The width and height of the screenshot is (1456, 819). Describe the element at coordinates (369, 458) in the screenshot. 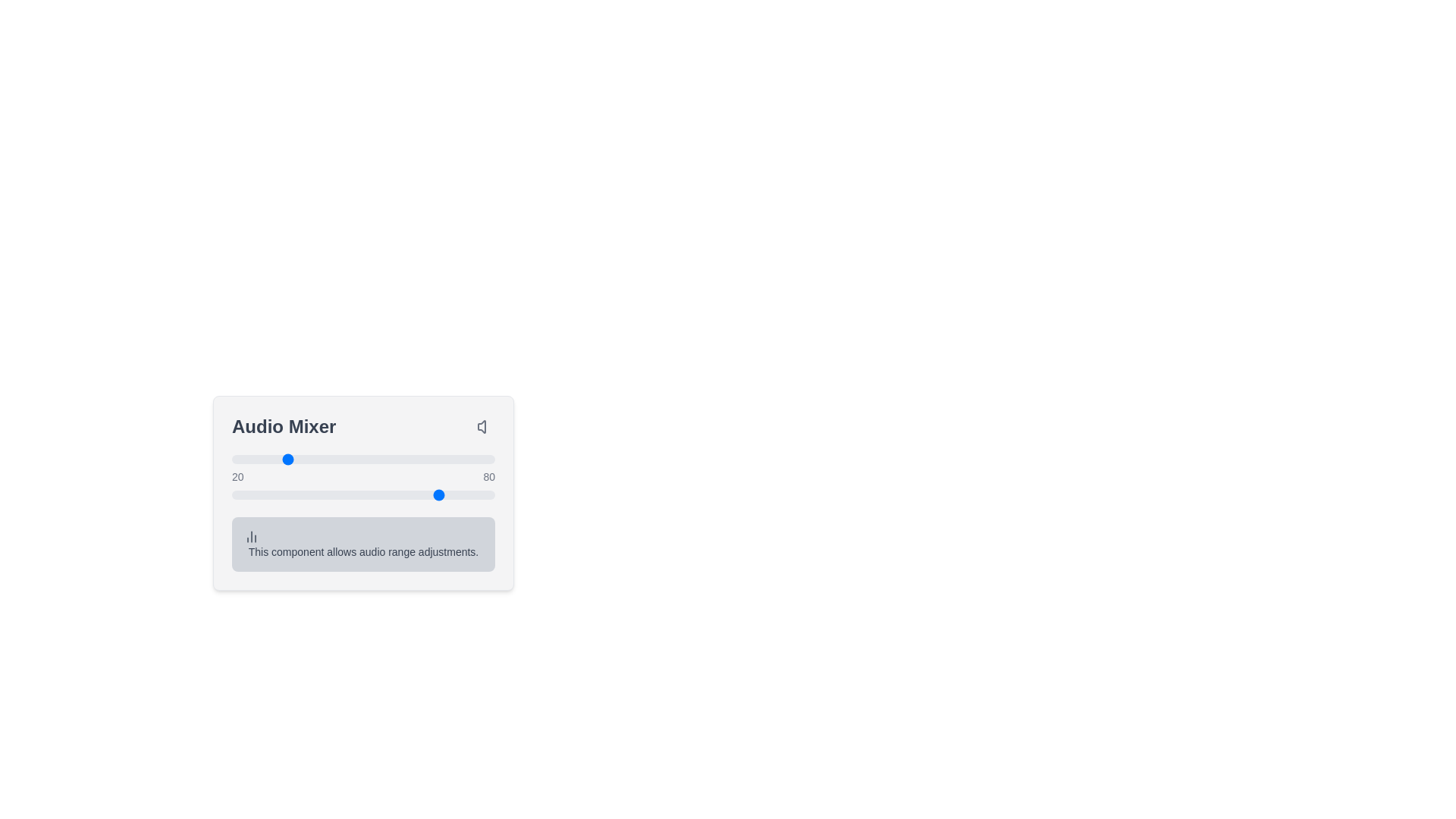

I see `the slider` at that location.